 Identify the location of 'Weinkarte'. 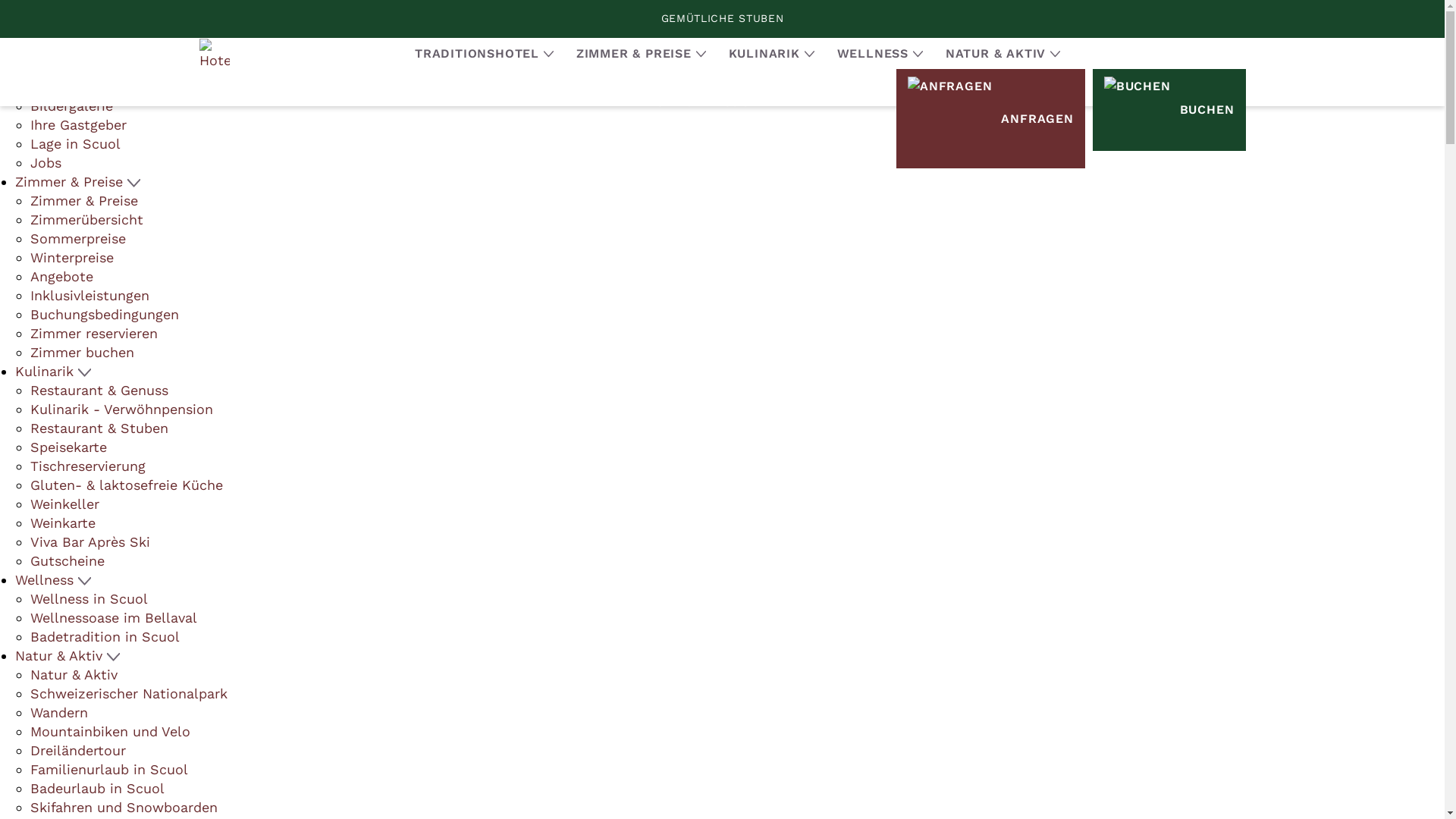
(61, 522).